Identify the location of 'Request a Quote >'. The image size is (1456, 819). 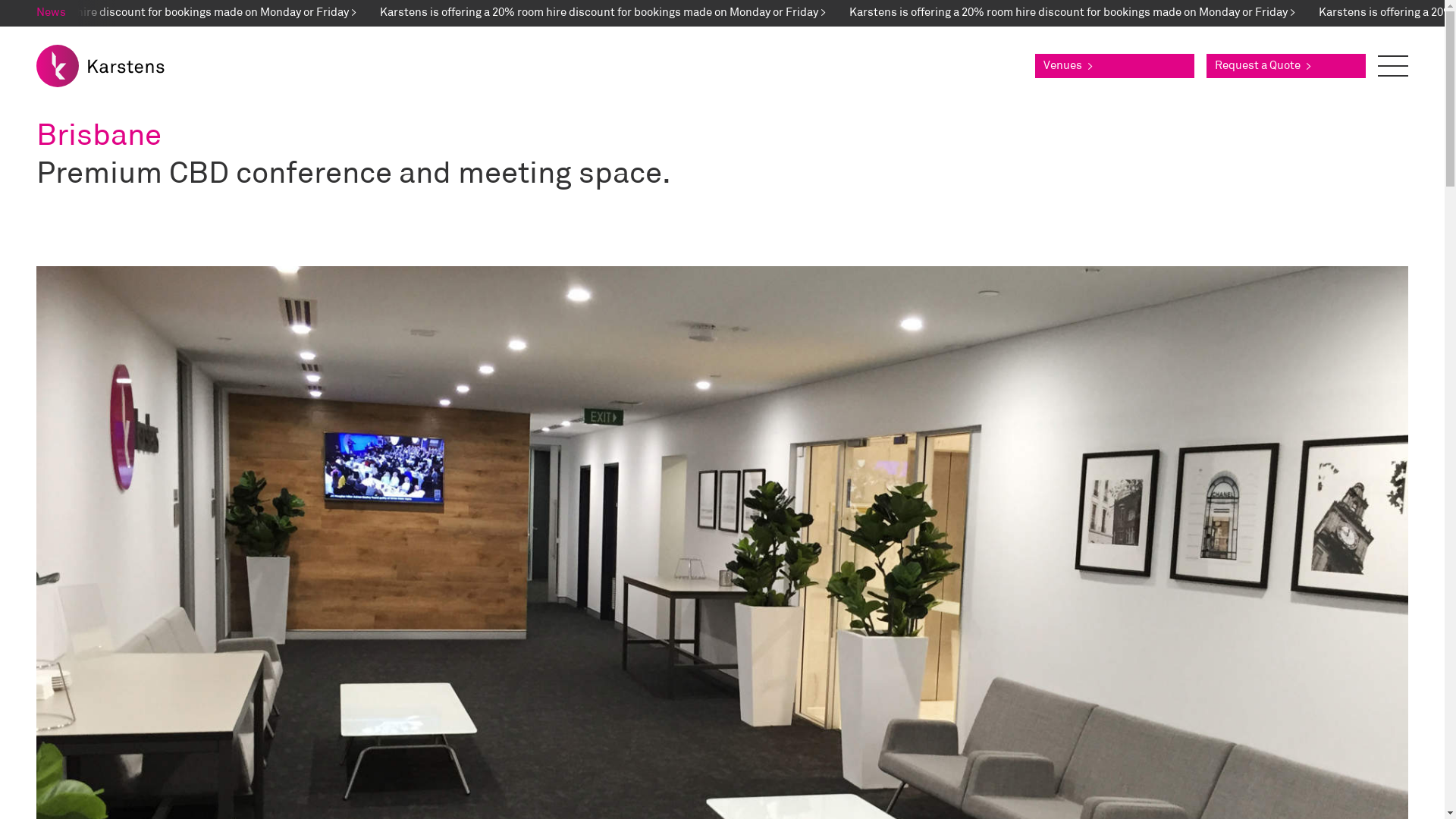
(1285, 65).